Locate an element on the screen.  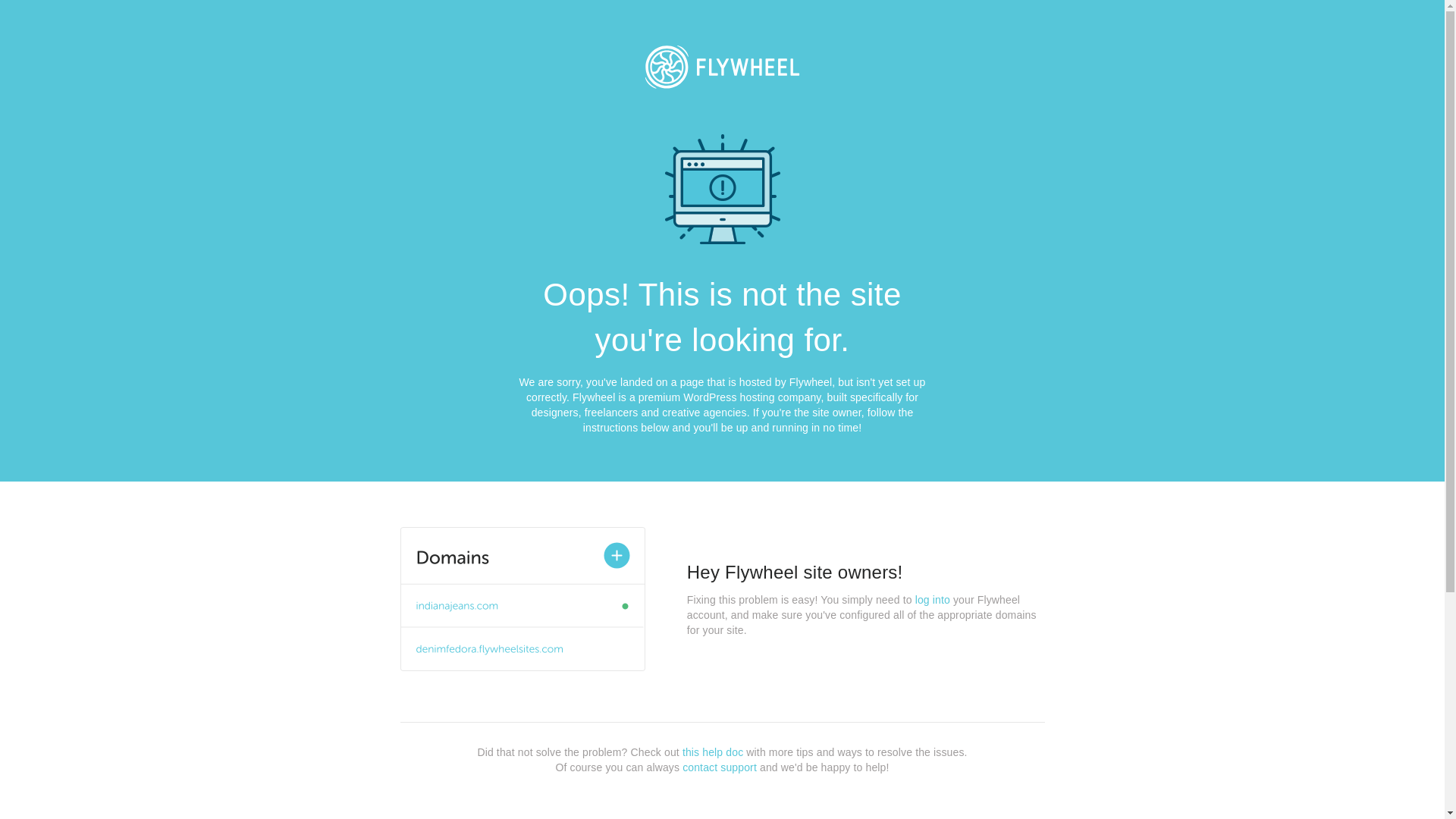
'contact support' is located at coordinates (682, 767).